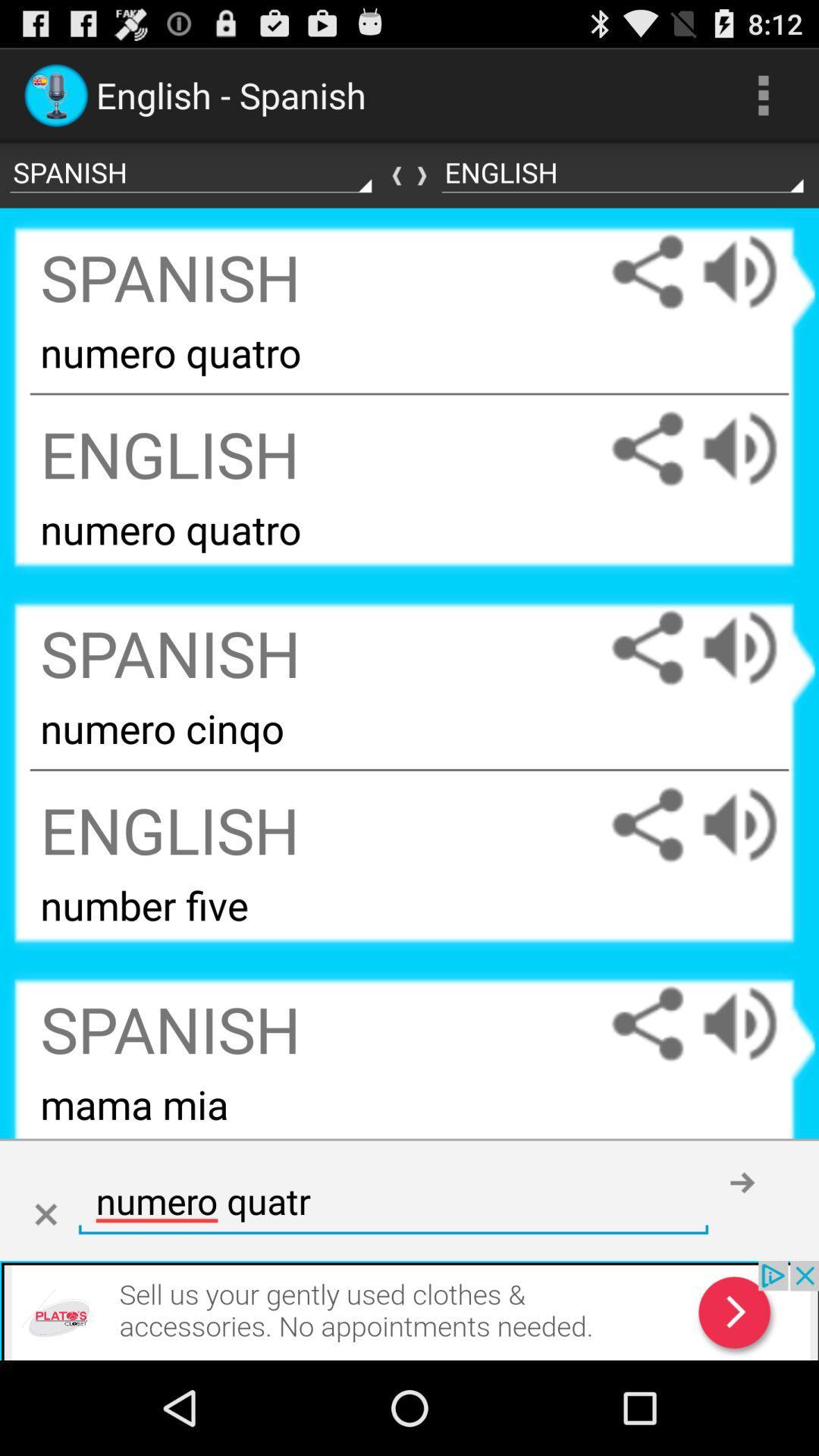  What do you see at coordinates (647, 824) in the screenshot?
I see `click here to share` at bounding box center [647, 824].